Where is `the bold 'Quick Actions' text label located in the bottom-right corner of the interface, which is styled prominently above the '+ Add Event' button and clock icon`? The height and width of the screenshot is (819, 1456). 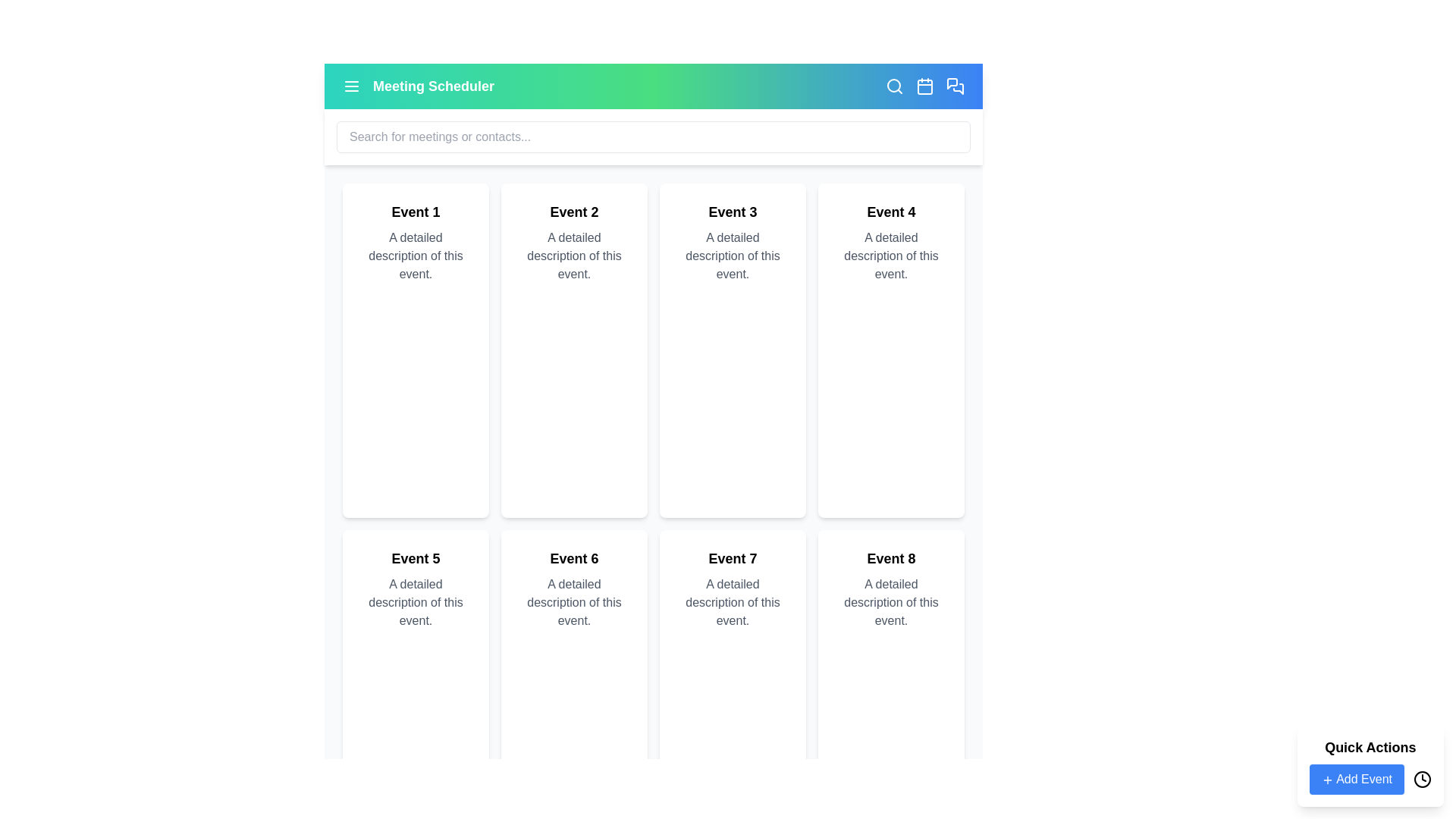
the bold 'Quick Actions' text label located in the bottom-right corner of the interface, which is styled prominently above the '+ Add Event' button and clock icon is located at coordinates (1370, 747).